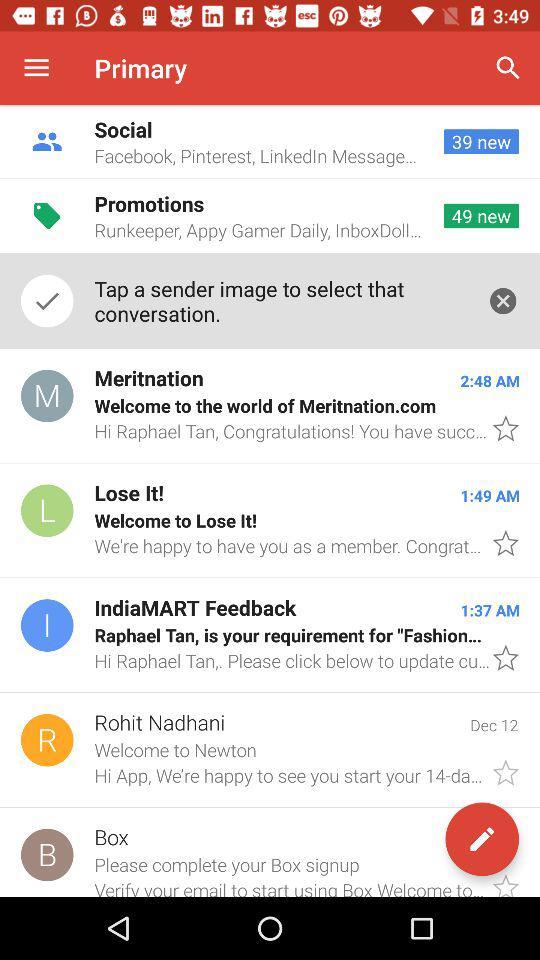 The image size is (540, 960). I want to click on icon next to the tap a sender, so click(502, 301).